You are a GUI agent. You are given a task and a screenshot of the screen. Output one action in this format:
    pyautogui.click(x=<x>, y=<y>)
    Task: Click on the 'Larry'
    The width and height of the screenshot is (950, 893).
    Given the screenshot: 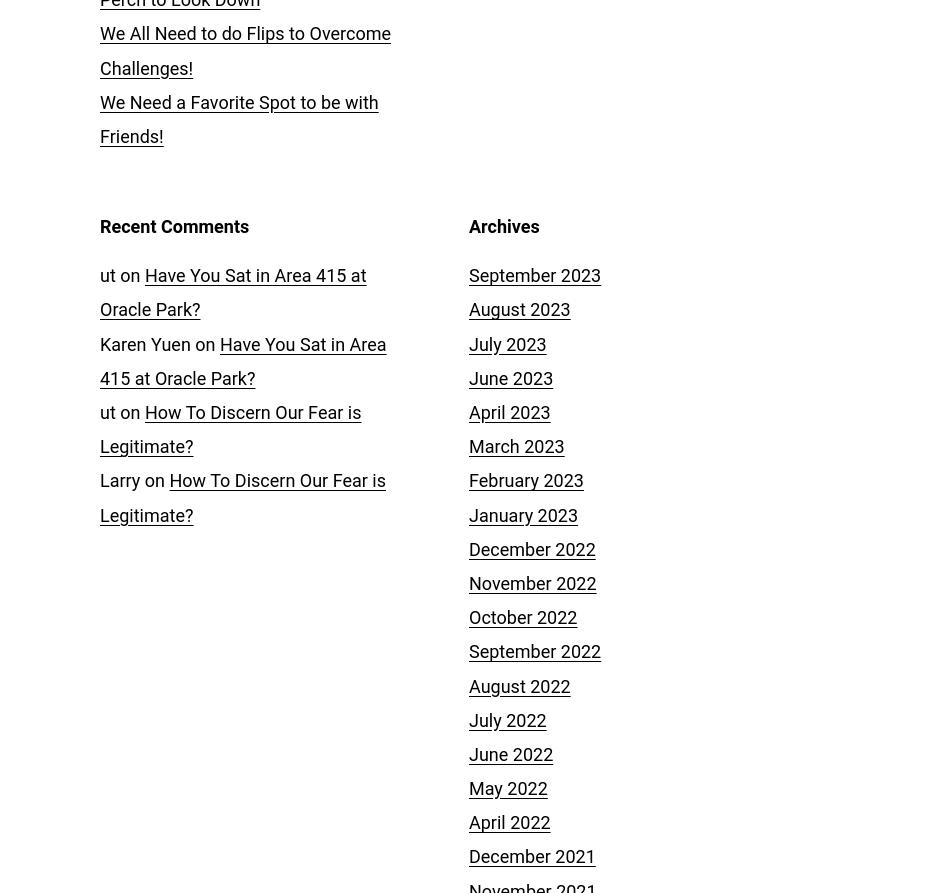 What is the action you would take?
    pyautogui.click(x=119, y=479)
    